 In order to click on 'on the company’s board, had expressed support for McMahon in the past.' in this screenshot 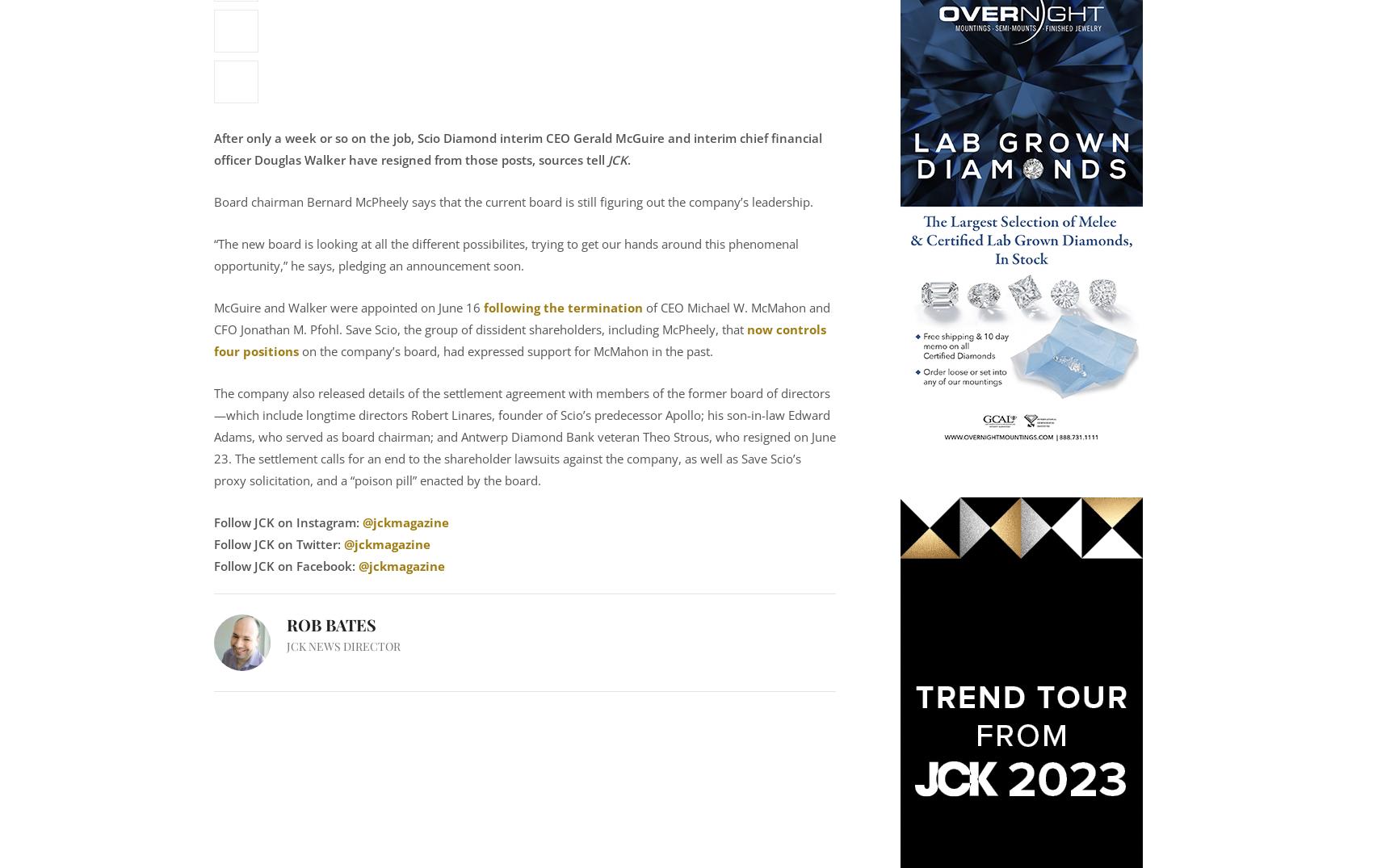, I will do `click(297, 349)`.